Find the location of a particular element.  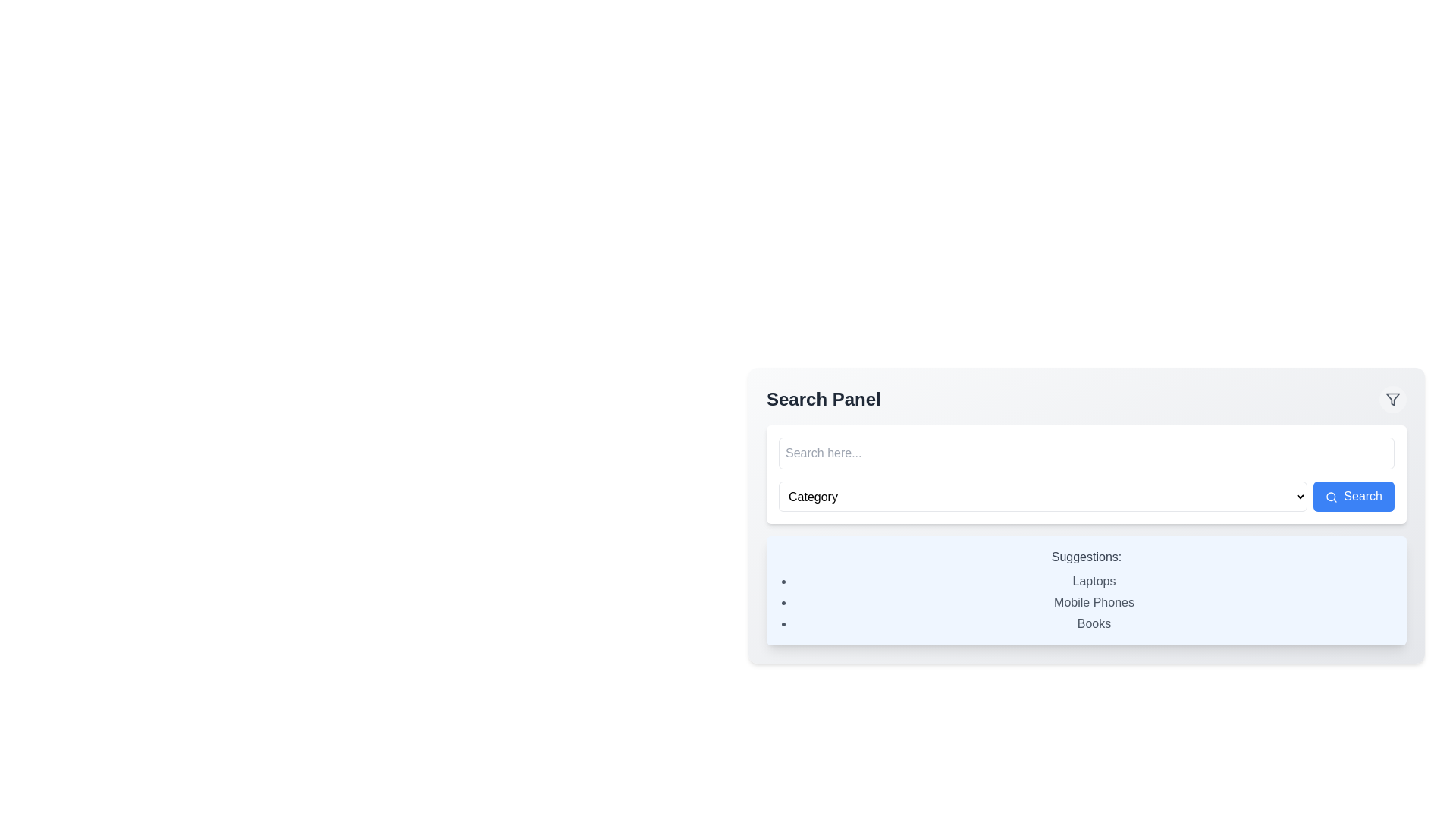

the text label that says 'Suggestions:' which is styled with a gray color and positioned as a header for the items below it, located in a blue background section below the search field and dropdown menu is located at coordinates (1086, 557).